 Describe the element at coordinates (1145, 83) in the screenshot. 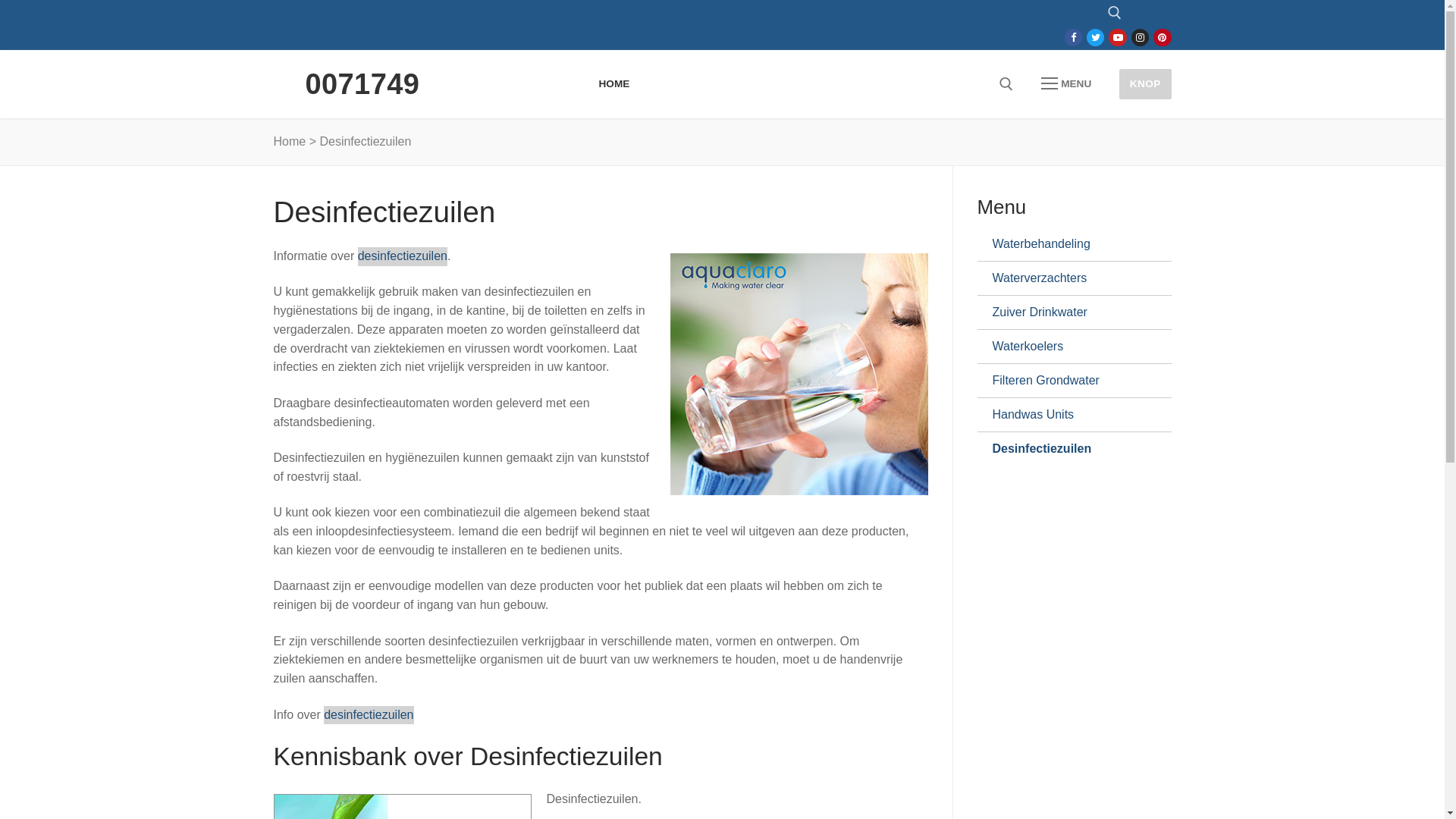

I see `'KNOP'` at that location.